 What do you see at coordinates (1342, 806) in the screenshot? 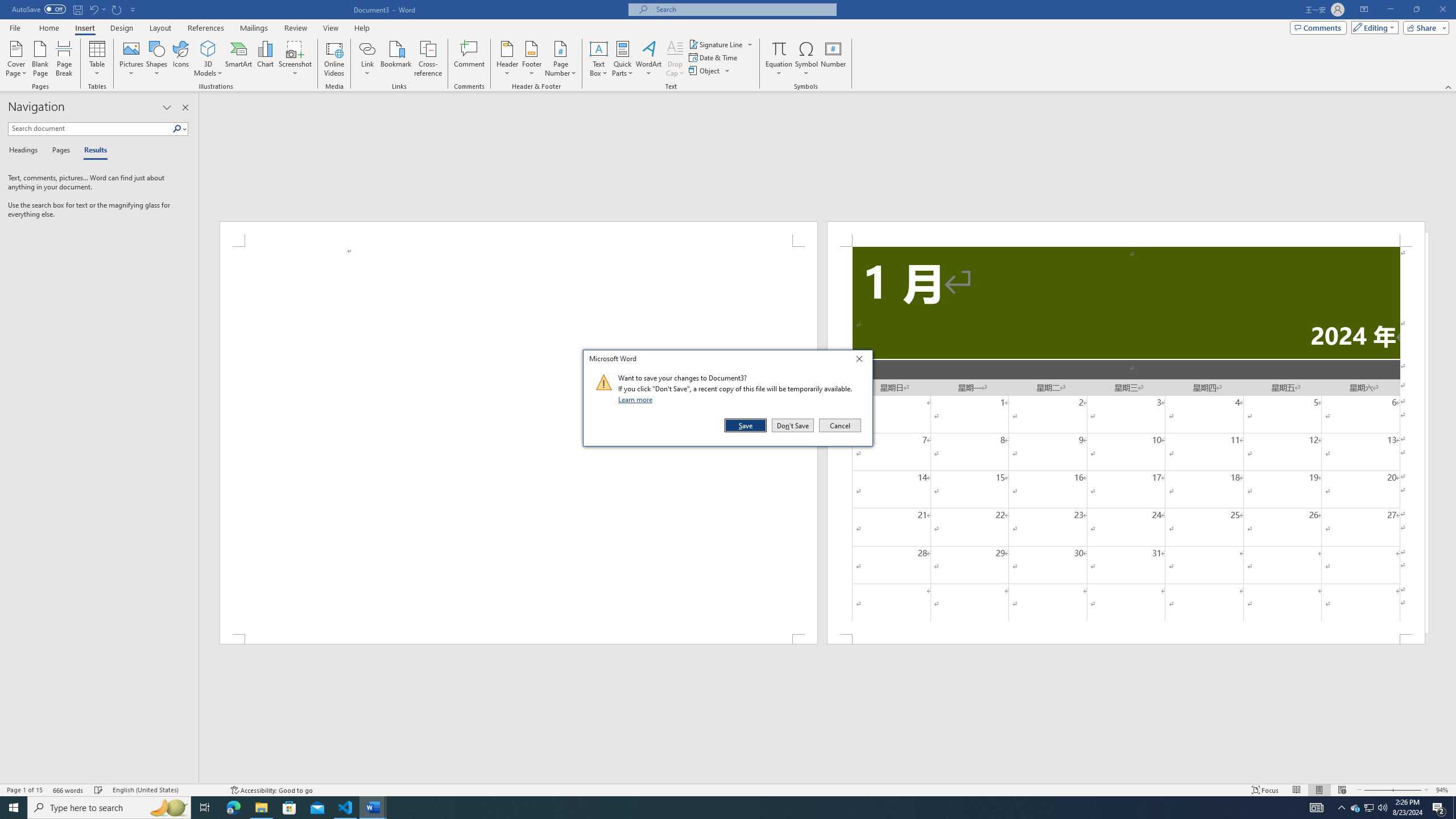
I see `'Notification Chevron'` at bounding box center [1342, 806].